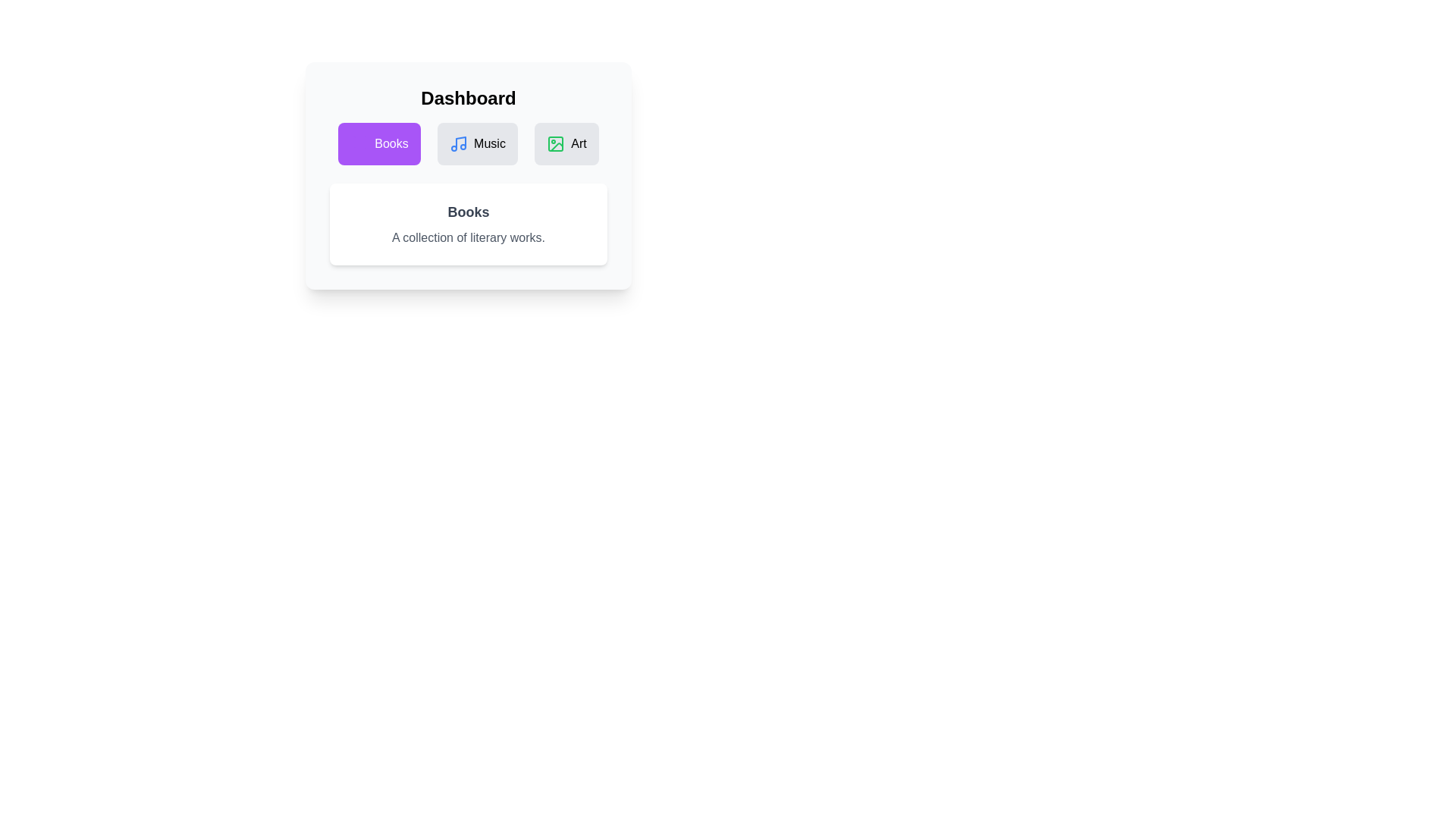 The image size is (1456, 819). Describe the element at coordinates (468, 99) in the screenshot. I see `the header text 'Dashboard' to read it` at that location.